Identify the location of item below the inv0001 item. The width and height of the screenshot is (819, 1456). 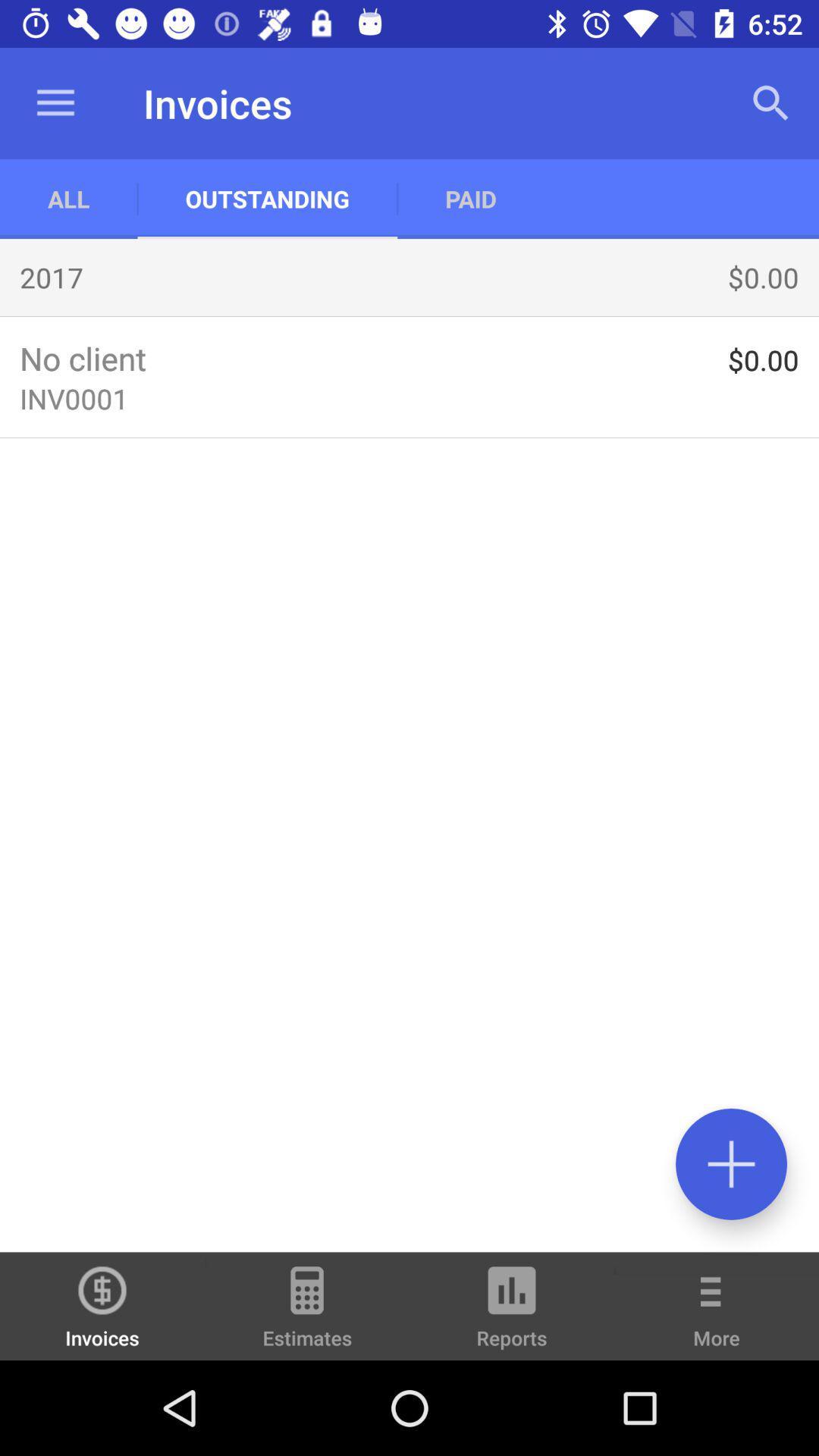
(730, 1163).